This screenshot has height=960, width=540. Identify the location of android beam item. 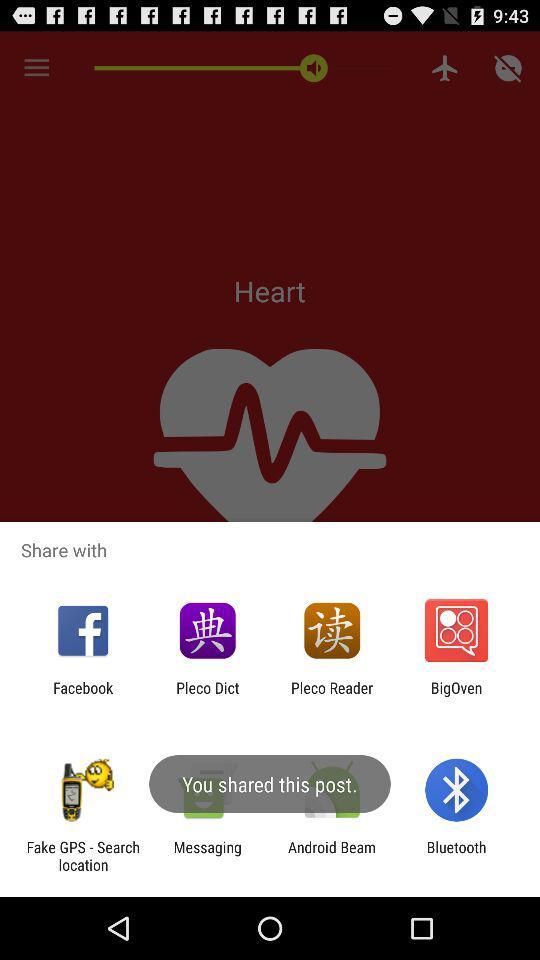
(332, 855).